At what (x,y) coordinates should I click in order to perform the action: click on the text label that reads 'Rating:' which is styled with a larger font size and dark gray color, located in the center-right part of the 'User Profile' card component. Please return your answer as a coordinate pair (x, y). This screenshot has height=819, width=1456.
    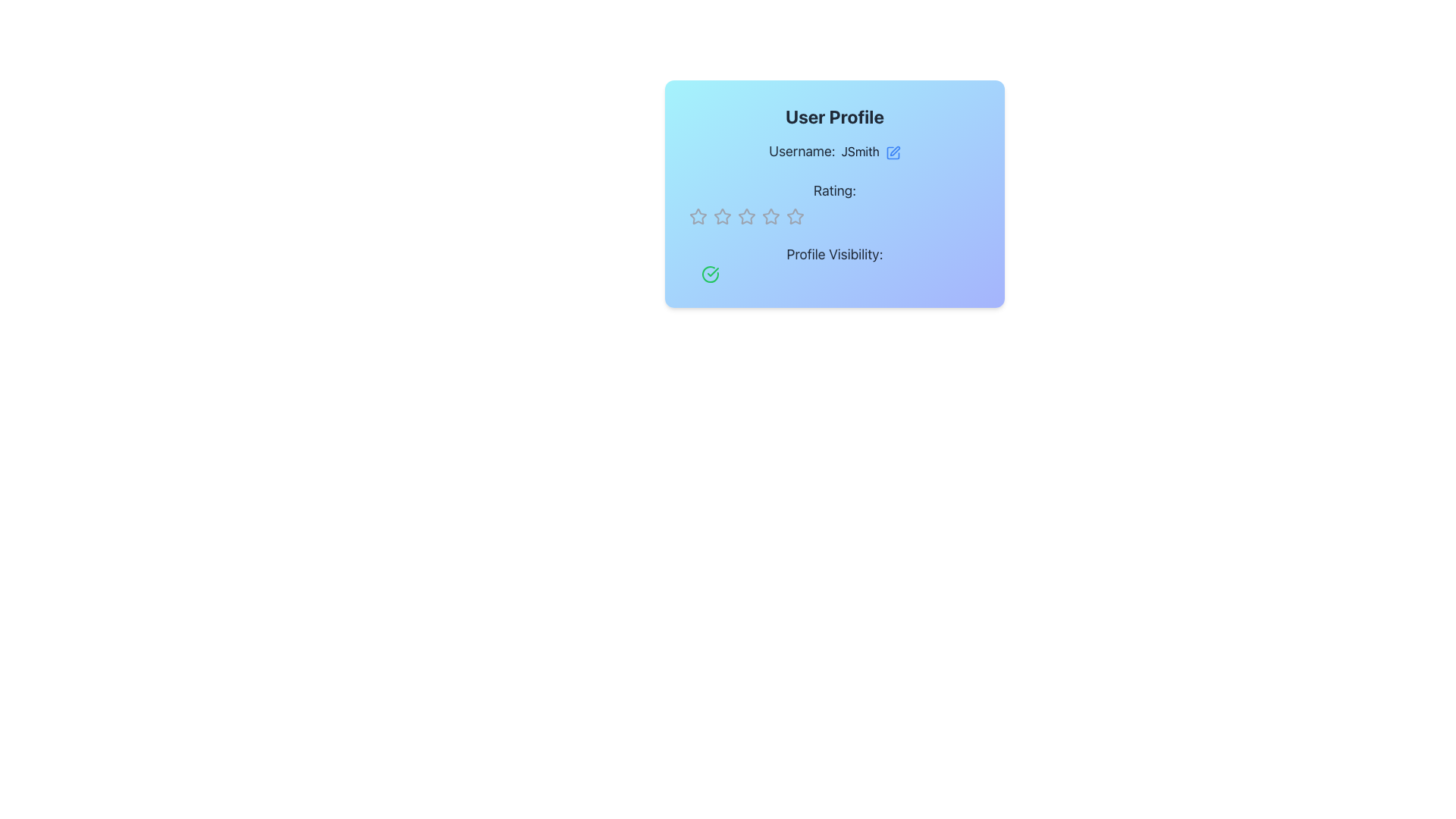
    Looking at the image, I should click on (833, 190).